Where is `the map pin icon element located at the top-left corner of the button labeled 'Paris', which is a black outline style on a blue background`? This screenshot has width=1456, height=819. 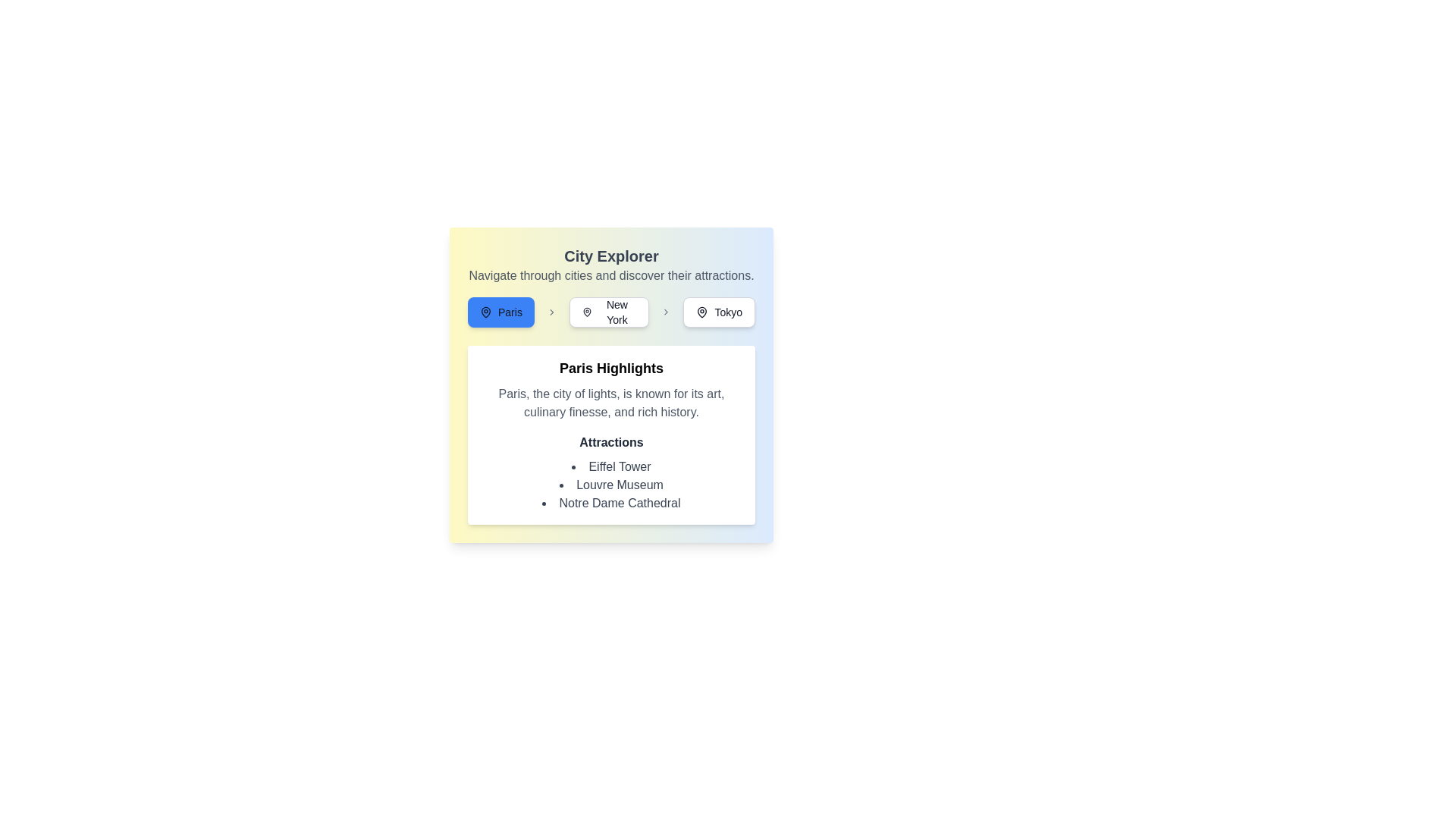 the map pin icon element located at the top-left corner of the button labeled 'Paris', which is a black outline style on a blue background is located at coordinates (486, 312).